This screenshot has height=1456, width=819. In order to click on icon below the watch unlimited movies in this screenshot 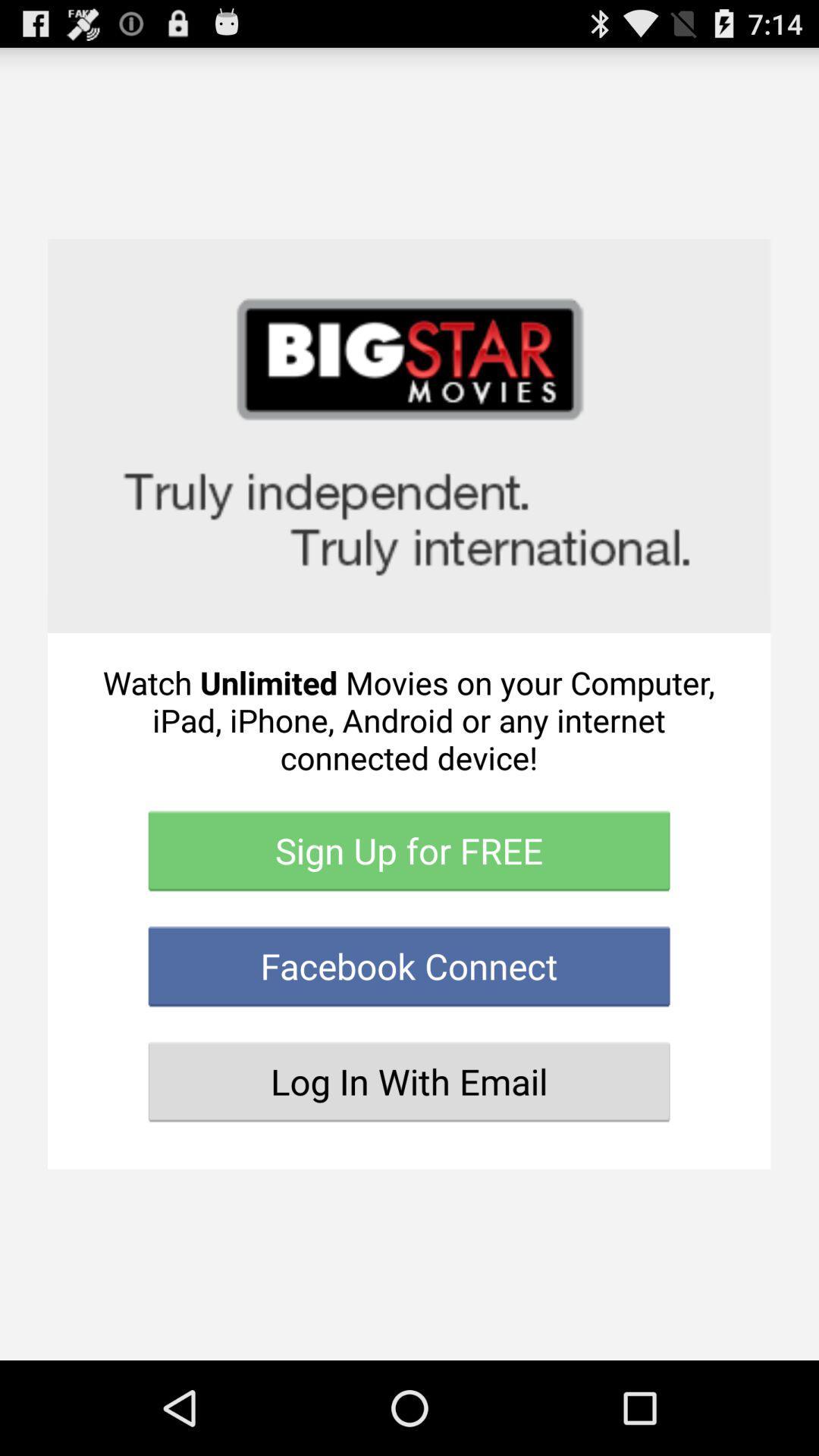, I will do `click(408, 851)`.